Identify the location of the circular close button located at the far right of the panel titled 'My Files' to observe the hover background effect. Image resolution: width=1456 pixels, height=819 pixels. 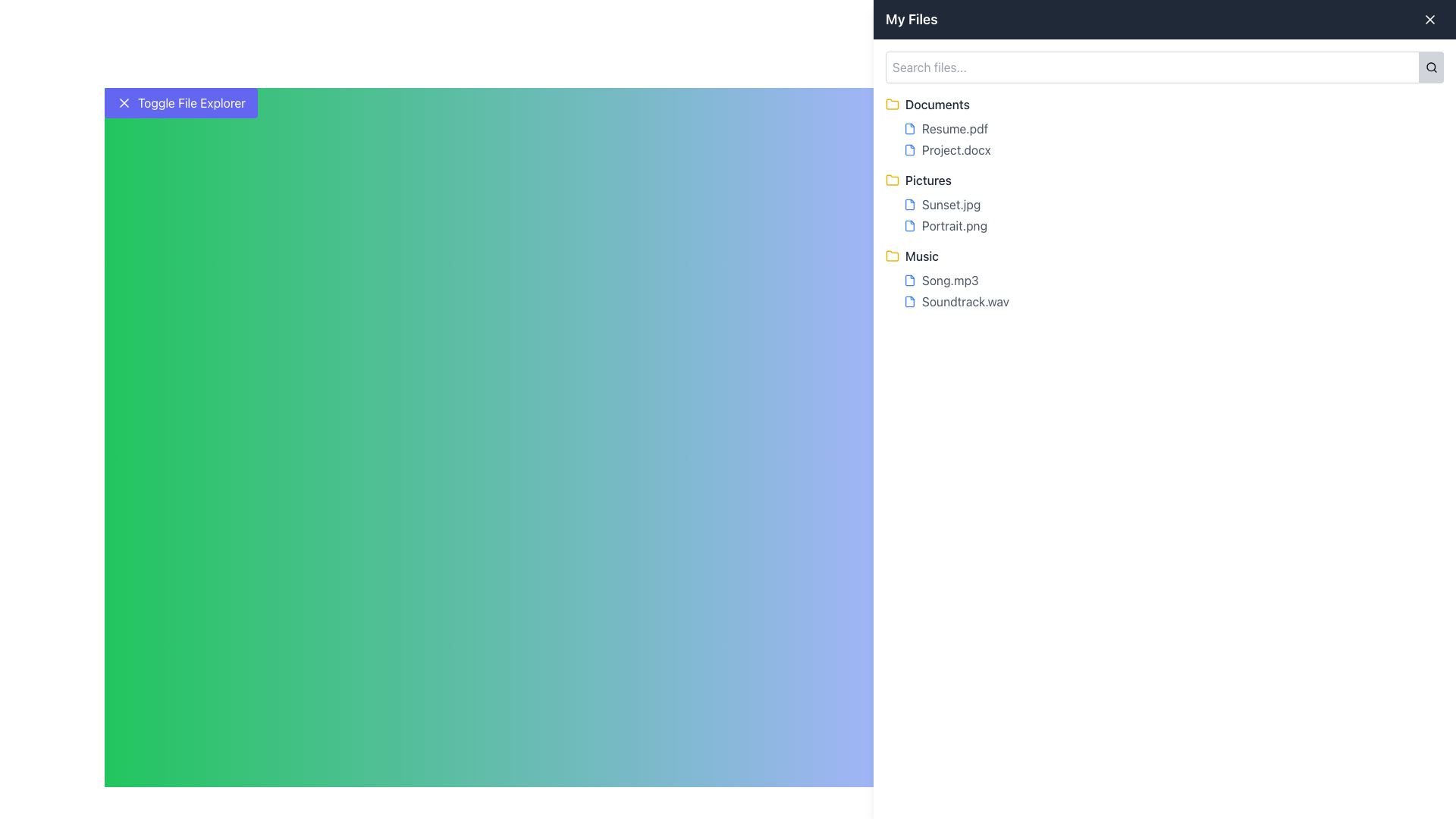
(1429, 20).